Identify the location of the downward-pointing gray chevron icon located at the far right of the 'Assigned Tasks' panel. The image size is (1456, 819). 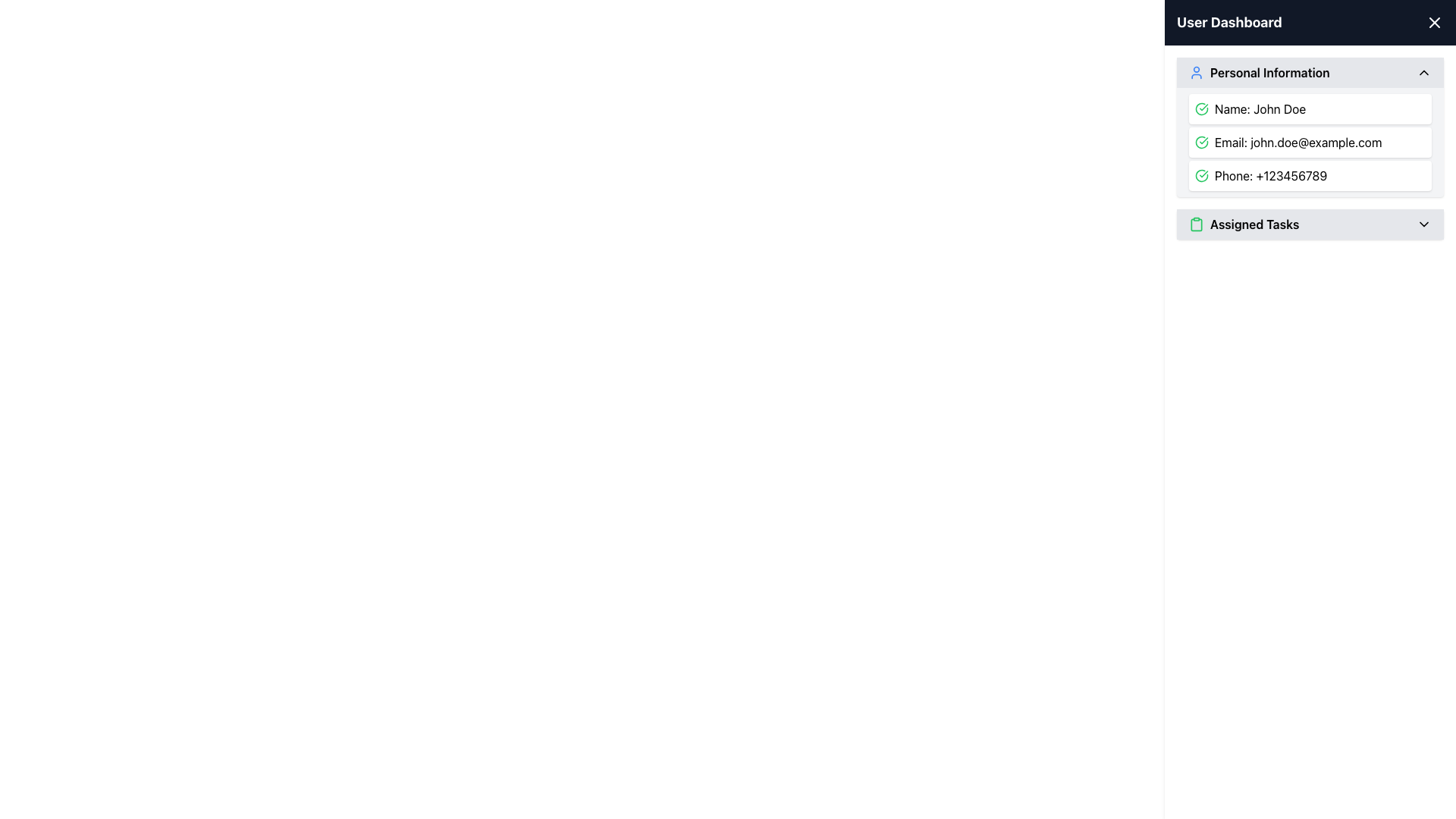
(1423, 224).